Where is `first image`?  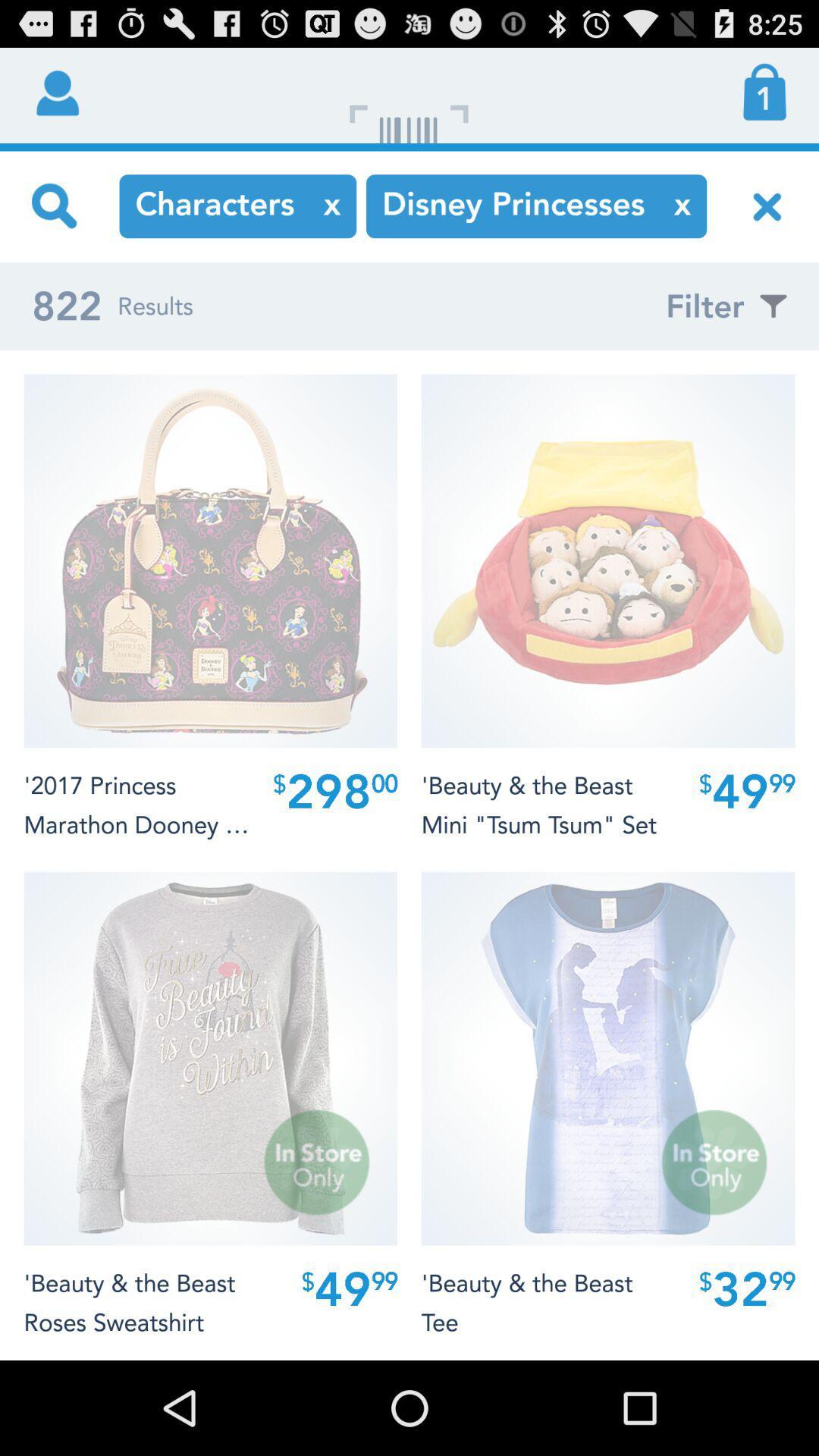
first image is located at coordinates (210, 560).